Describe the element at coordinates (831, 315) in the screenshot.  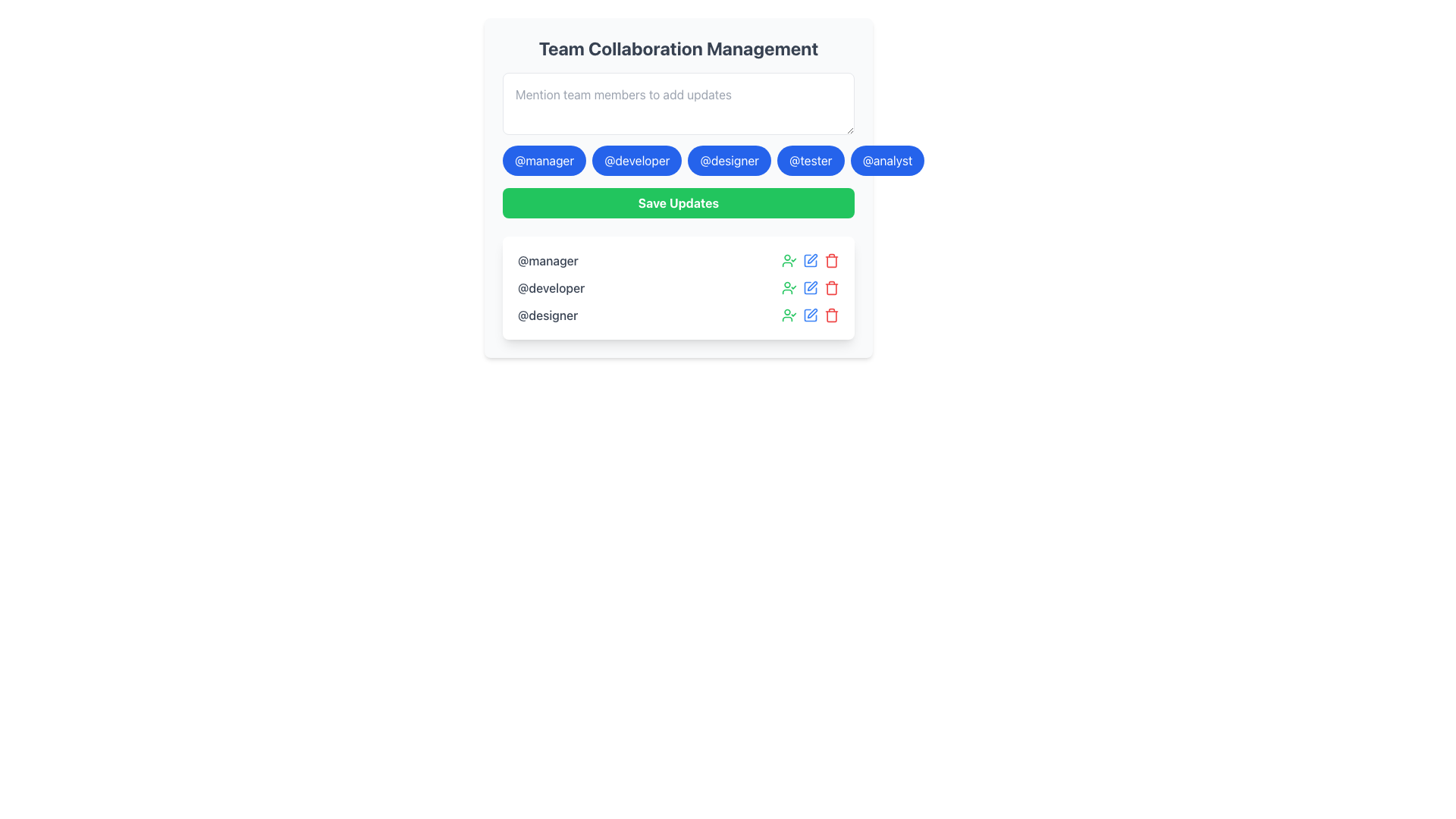
I see `the trash icon used for deleting the user '@designer' in the user list for accessibility navigation` at that location.